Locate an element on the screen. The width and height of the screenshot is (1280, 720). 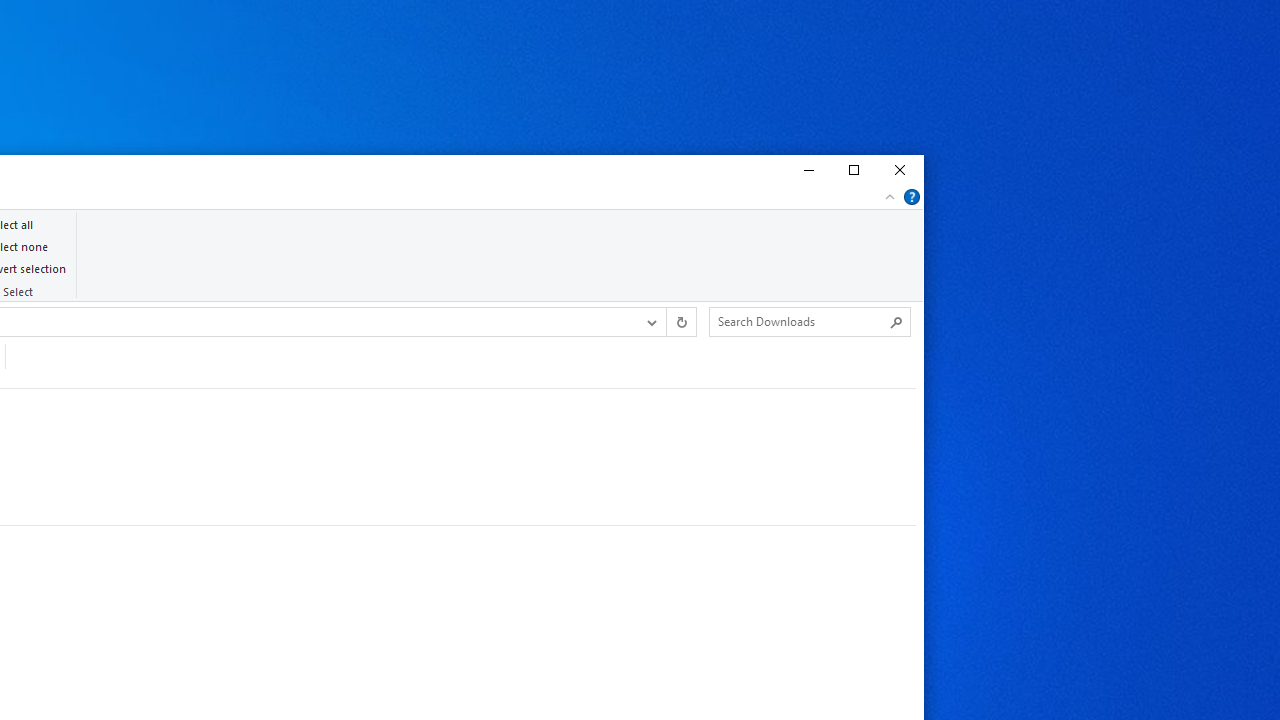
'Minimize' is located at coordinates (807, 170).